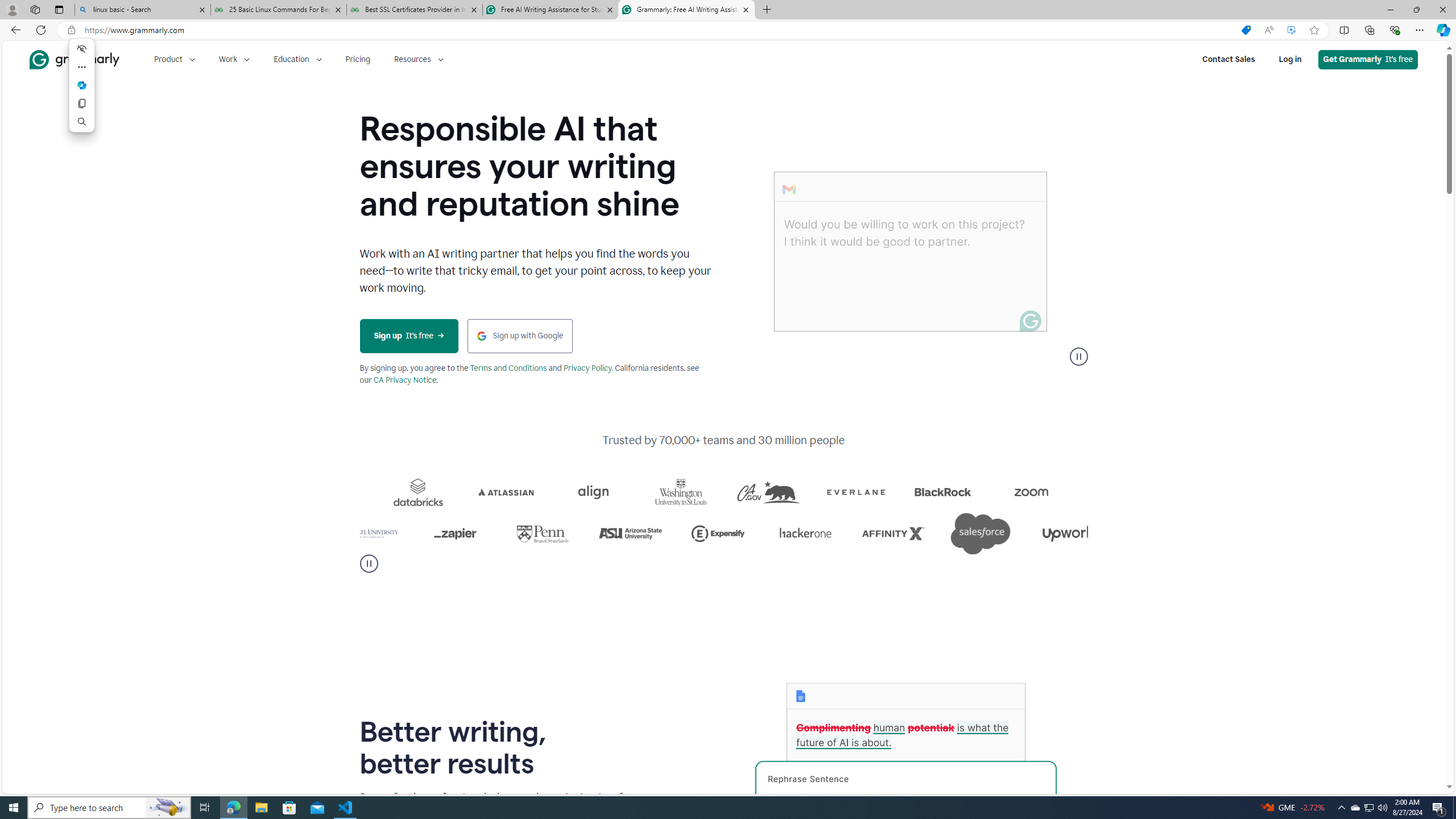  I want to click on 'CA Privacy Notice', so click(404, 379).